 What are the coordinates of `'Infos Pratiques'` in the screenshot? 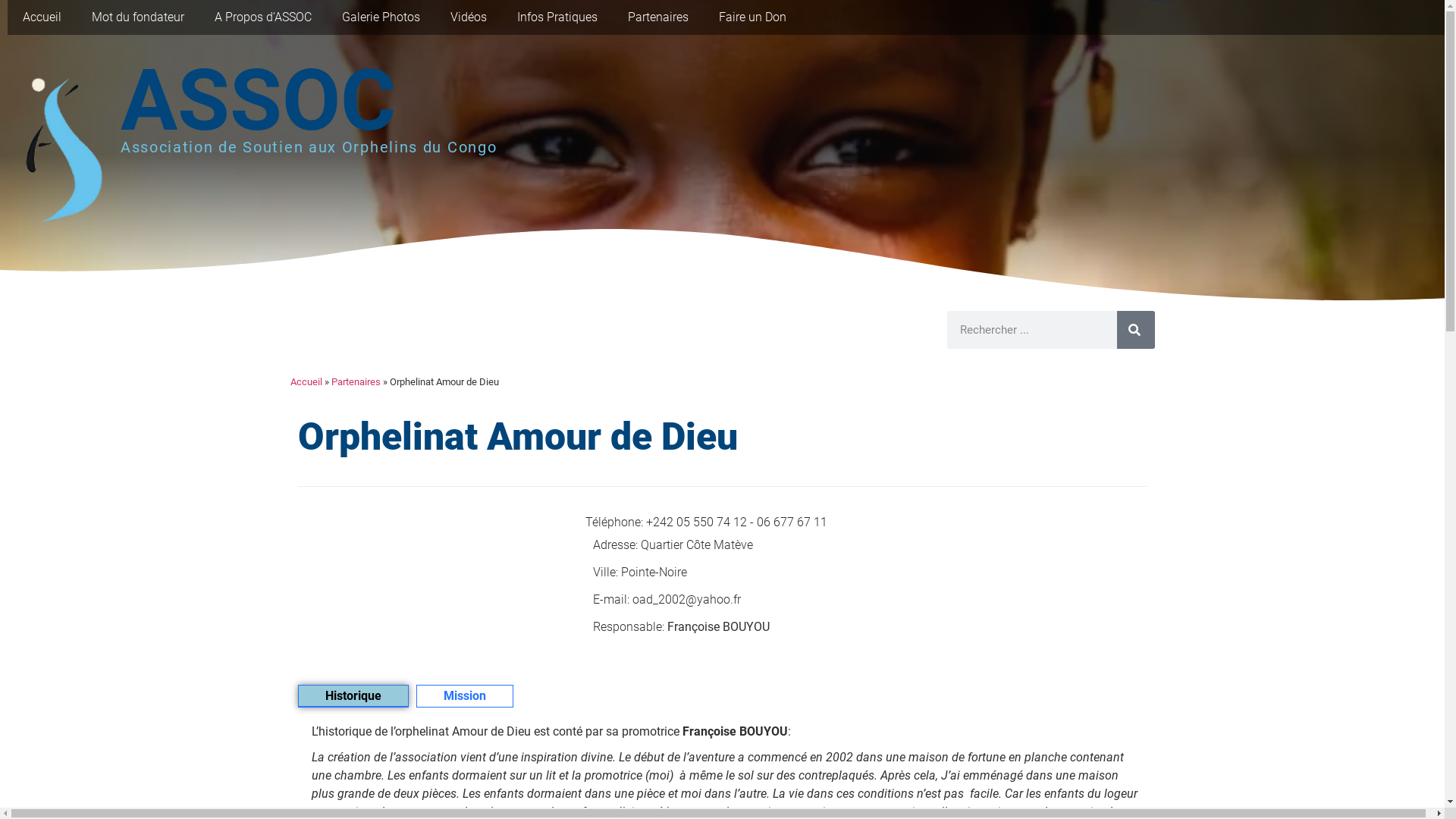 It's located at (556, 17).